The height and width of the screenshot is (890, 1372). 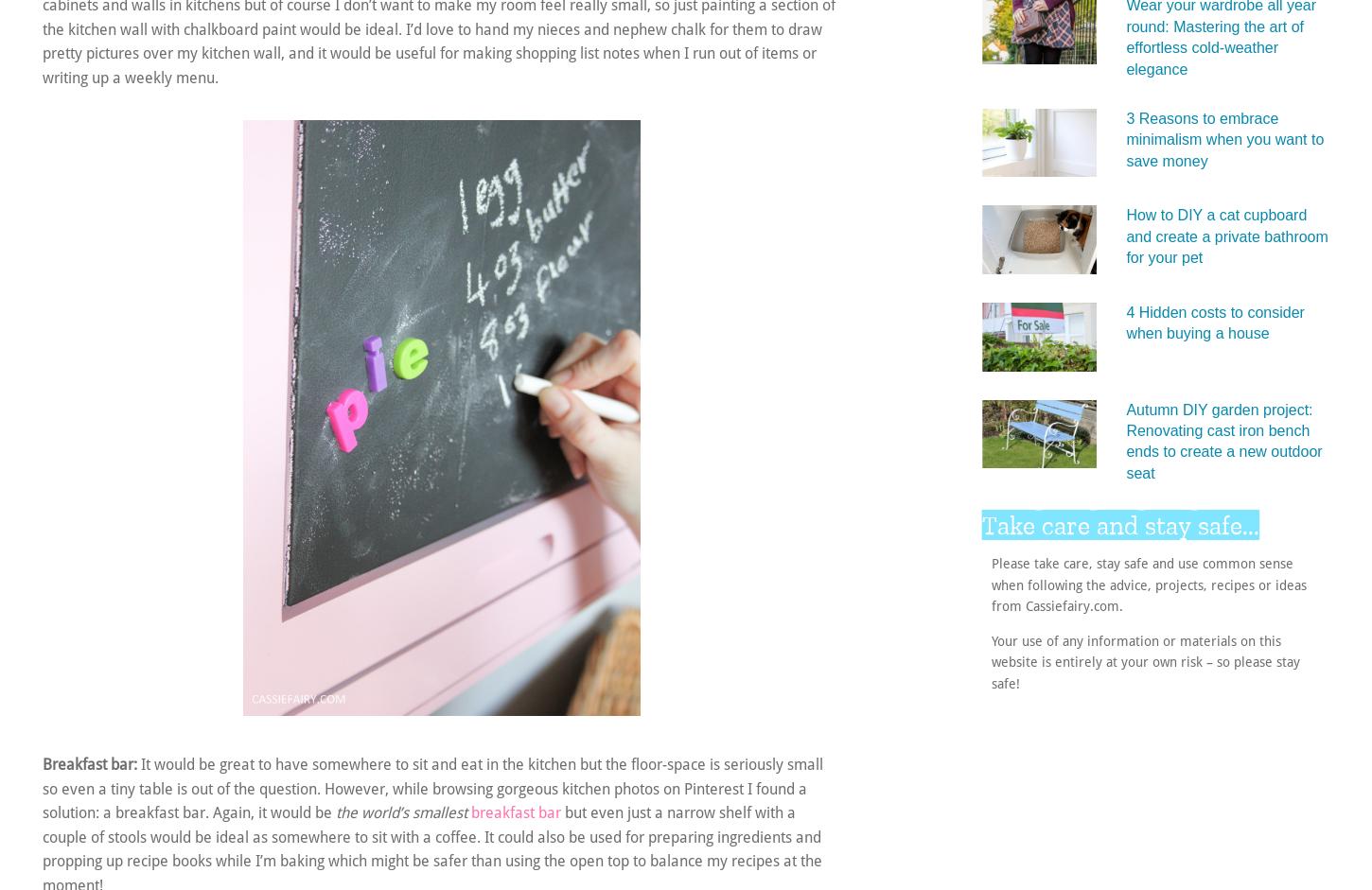 I want to click on '3 Reasons to embrace minimalism when you want to save money', so click(x=1224, y=137).